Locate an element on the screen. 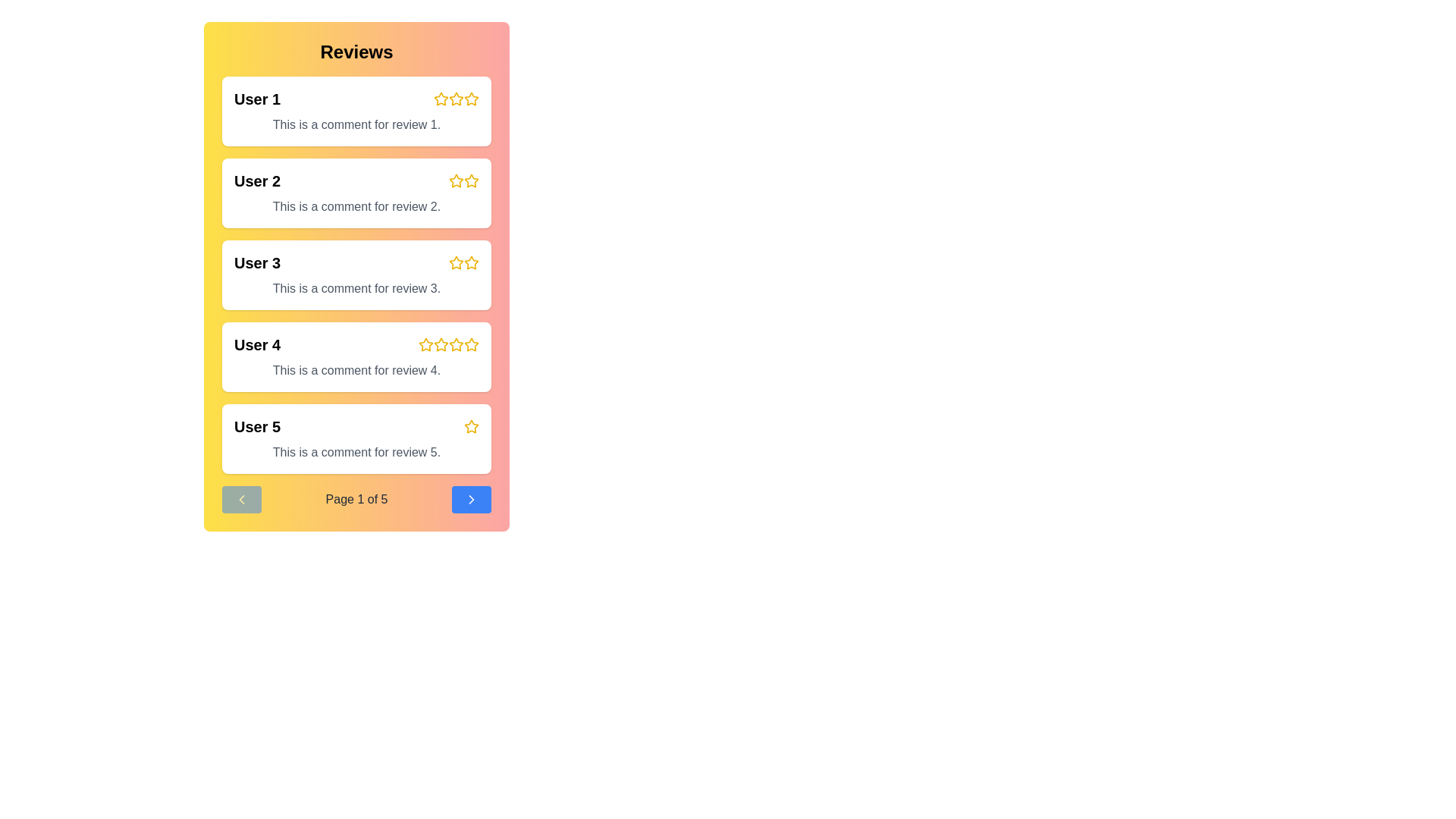  the Review card displaying the reviewer's name and comment, located at the bottom of the layout under the 'Reviews' section is located at coordinates (356, 438).